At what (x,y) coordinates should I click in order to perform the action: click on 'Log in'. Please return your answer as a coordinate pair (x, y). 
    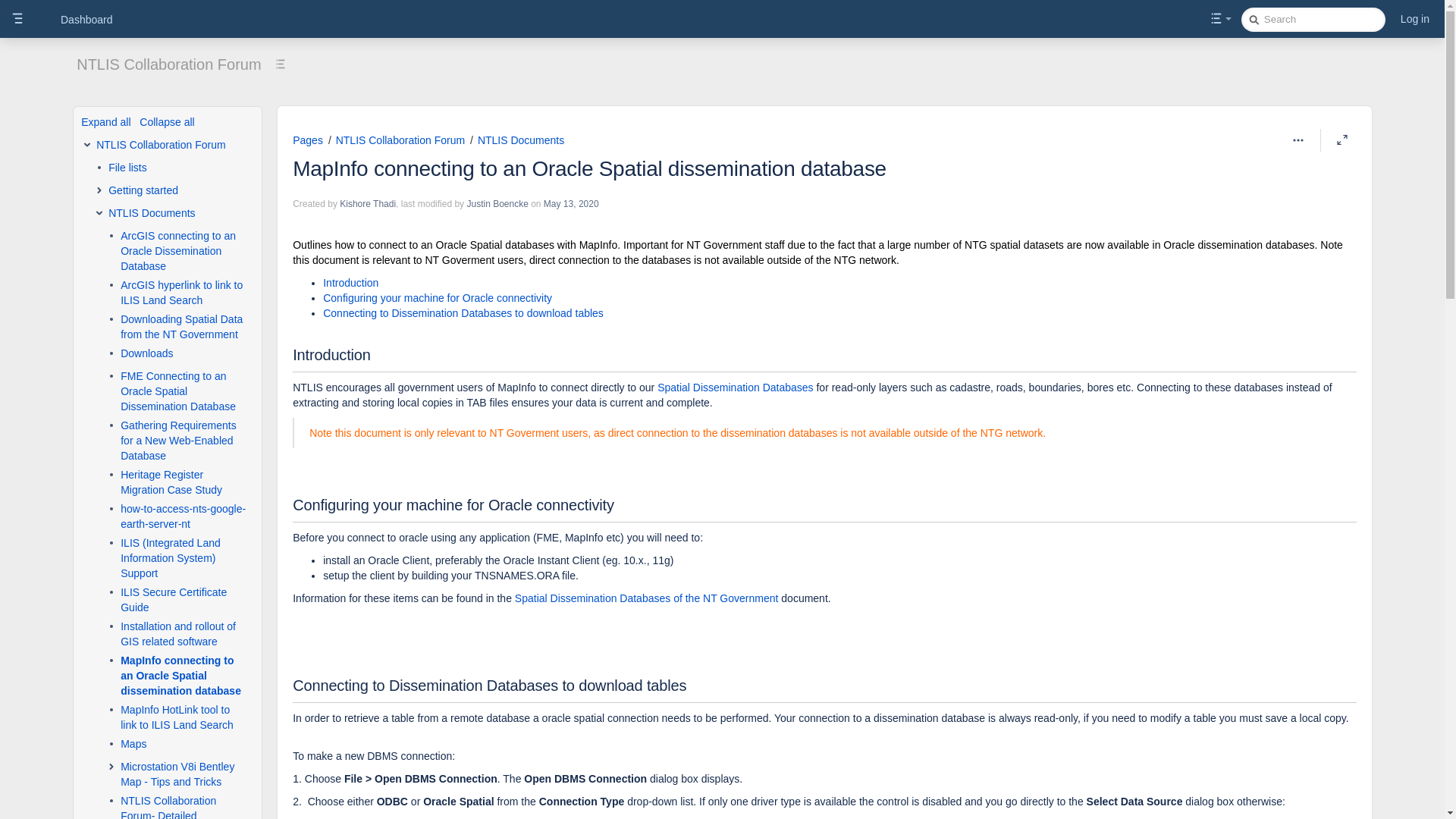
    Looking at the image, I should click on (1396, 18).